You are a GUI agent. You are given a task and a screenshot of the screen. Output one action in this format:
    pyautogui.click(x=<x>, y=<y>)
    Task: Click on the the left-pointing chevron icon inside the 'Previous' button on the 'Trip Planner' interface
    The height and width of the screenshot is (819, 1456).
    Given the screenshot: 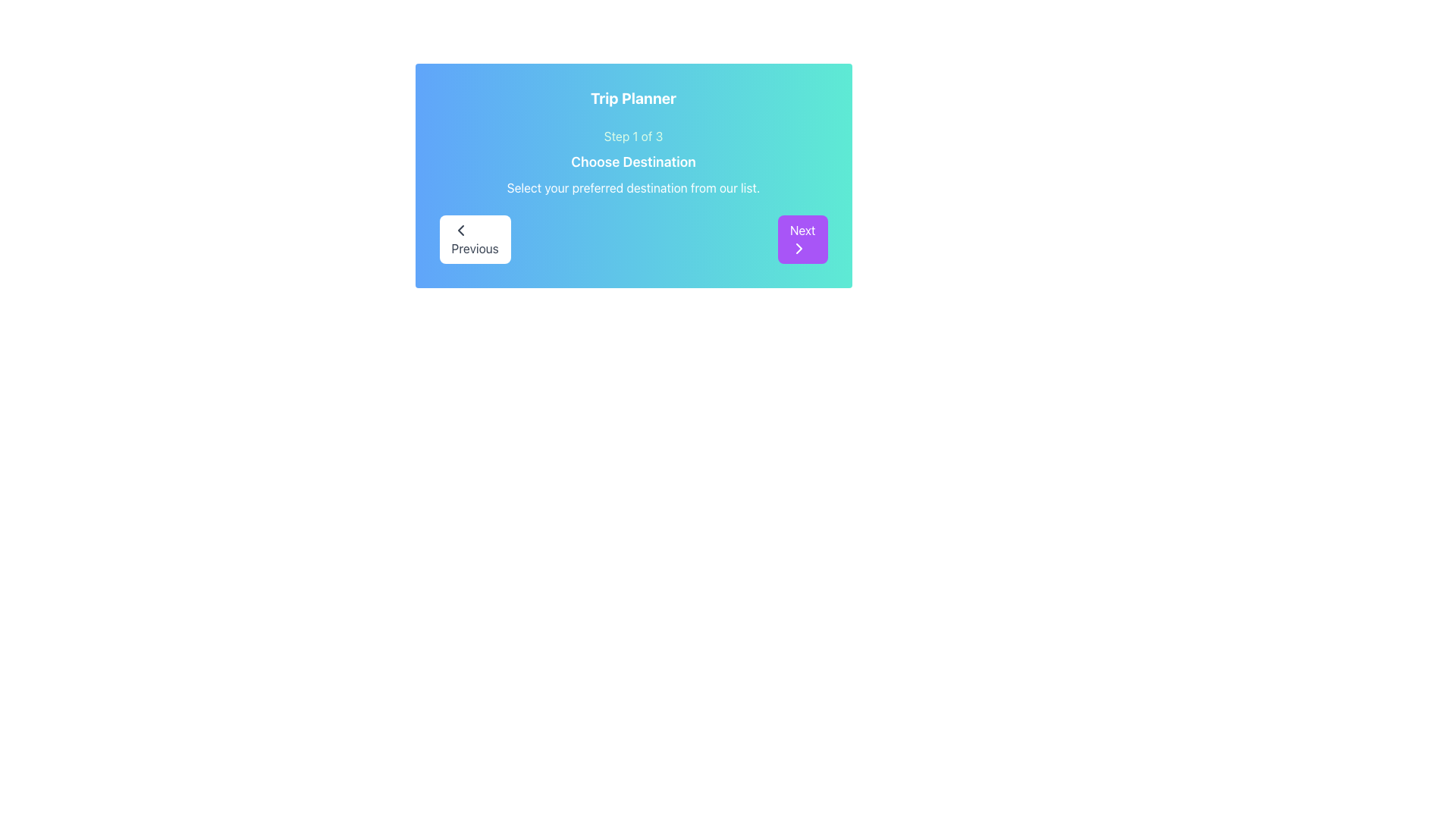 What is the action you would take?
    pyautogui.click(x=460, y=231)
    